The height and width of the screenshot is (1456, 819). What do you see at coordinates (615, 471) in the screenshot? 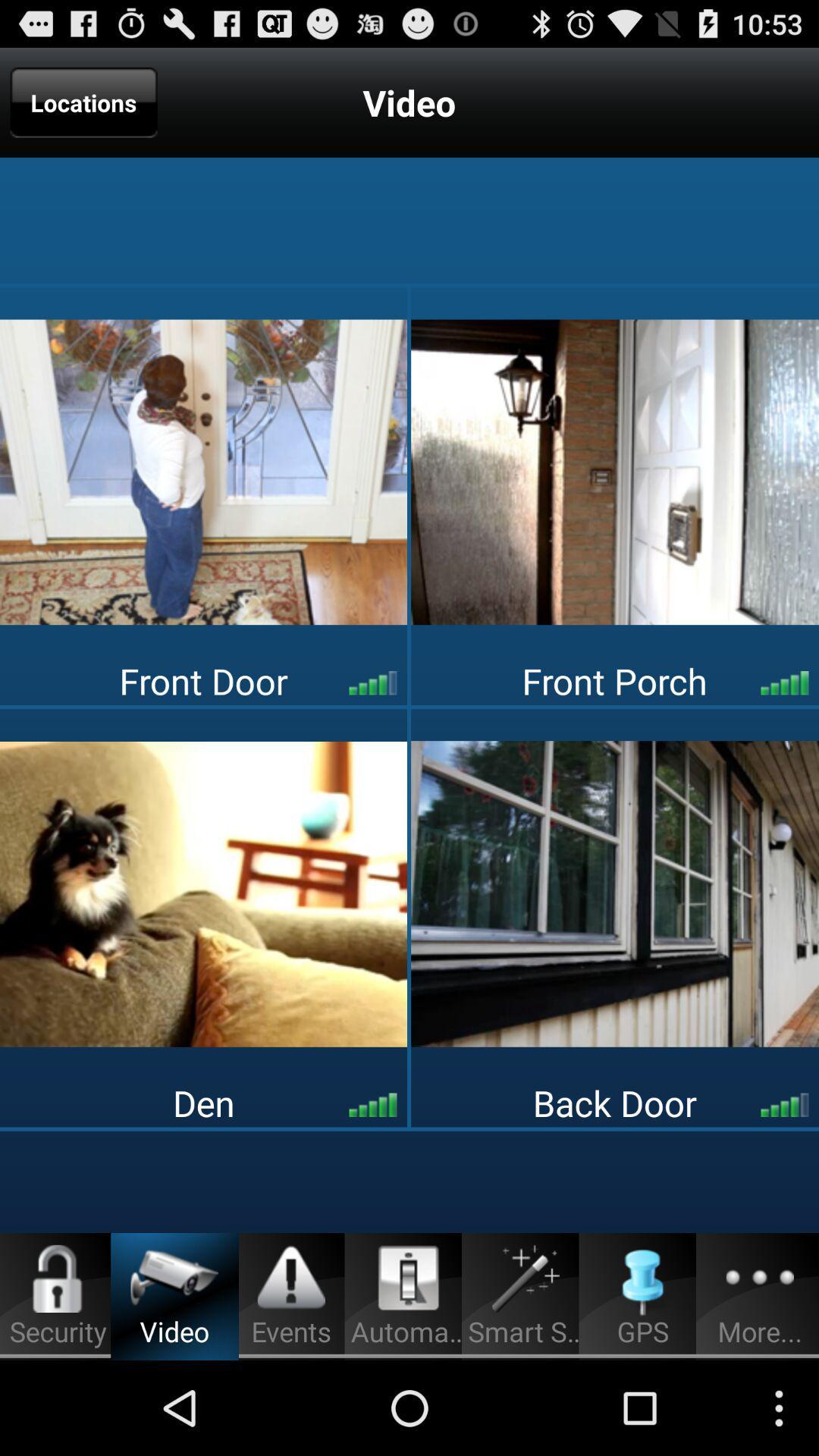
I see `open picture of porch` at bounding box center [615, 471].